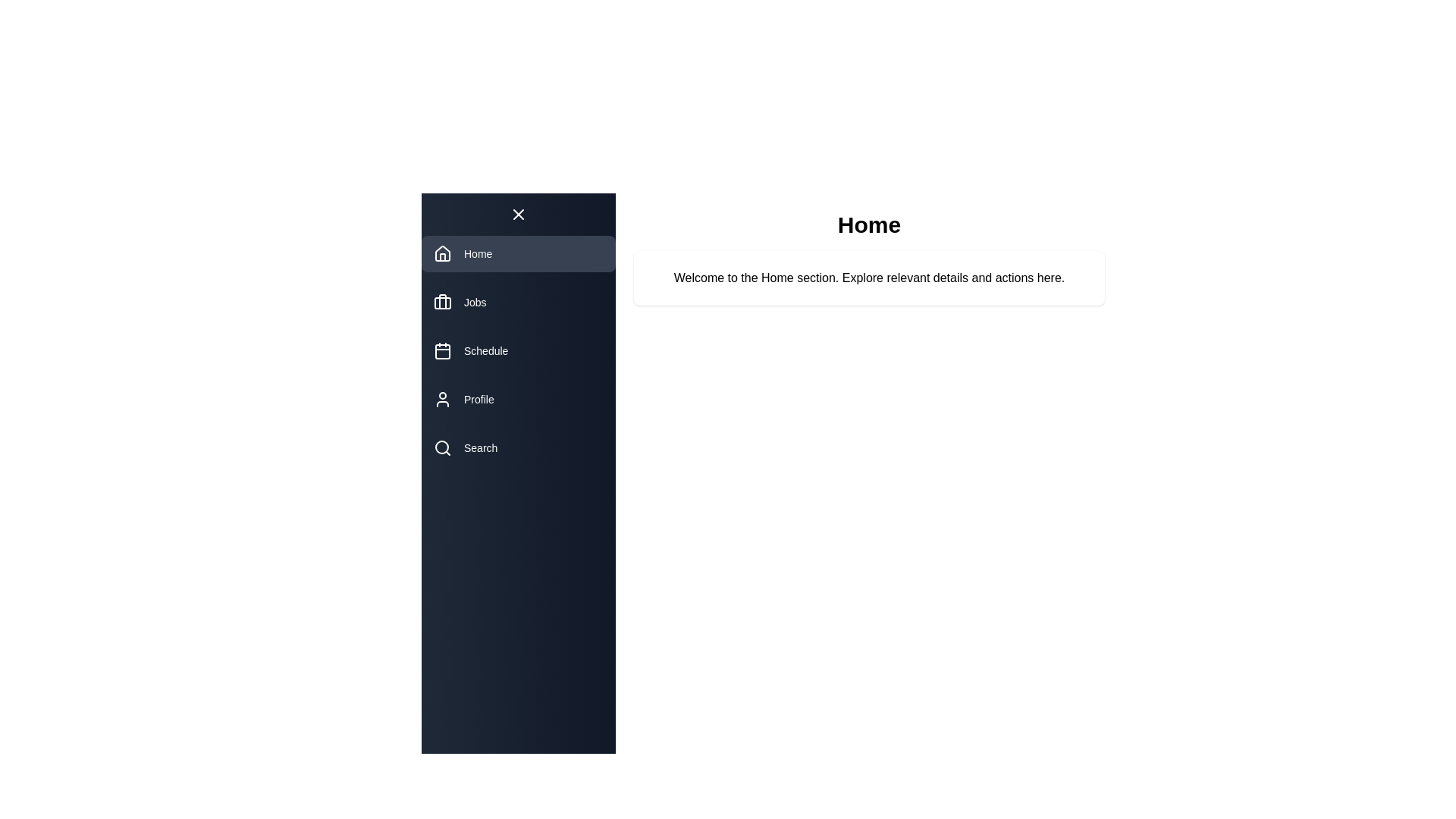  What do you see at coordinates (519, 350) in the screenshot?
I see `the navigation item Schedule to reveal its tooltip` at bounding box center [519, 350].